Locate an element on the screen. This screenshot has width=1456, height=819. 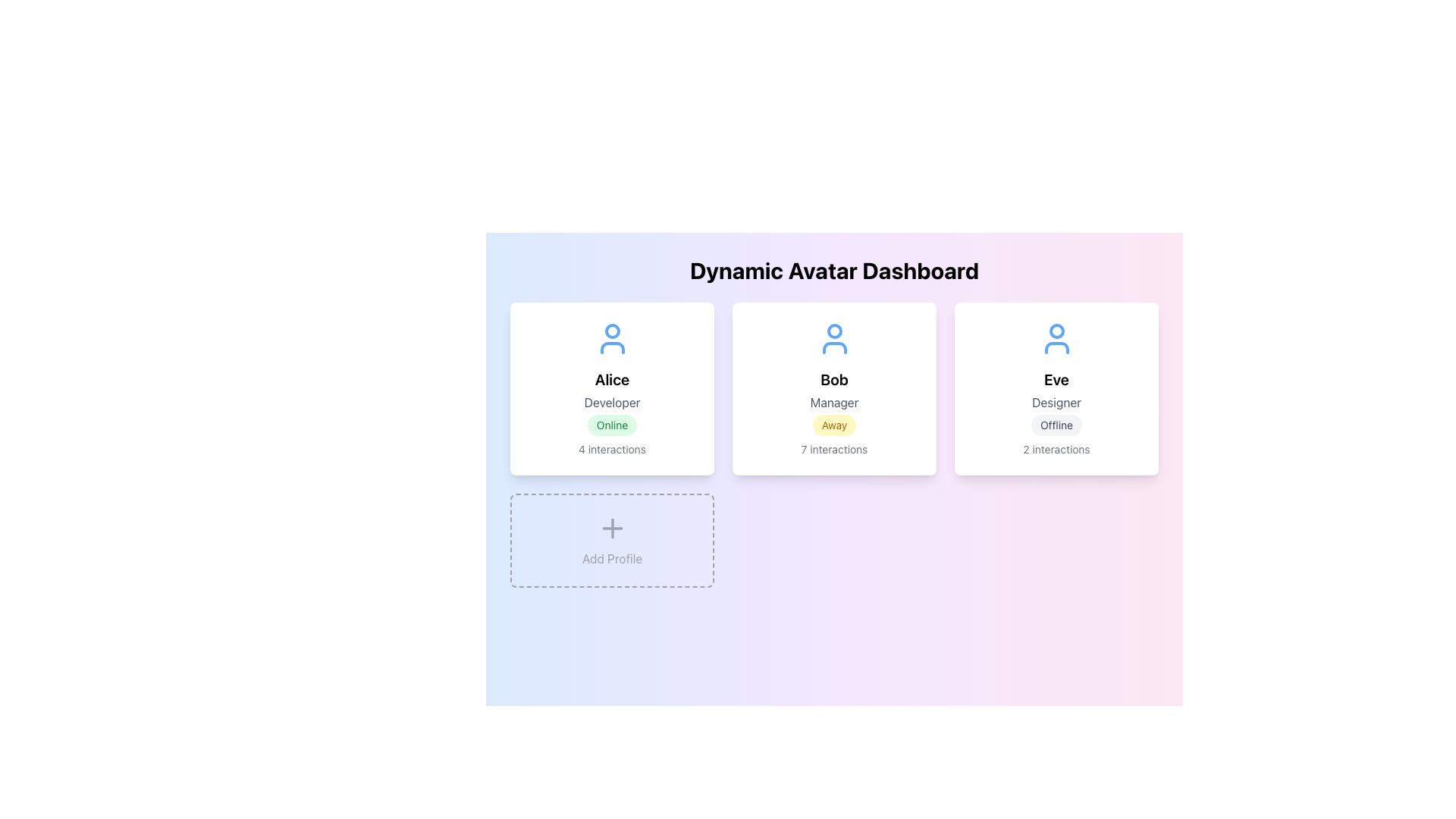
displayed text from the text label that indicates the name of the person or entity within the leftmost card, positioned below the user icon and above the 'Developer' and 'Online' elements is located at coordinates (612, 379).